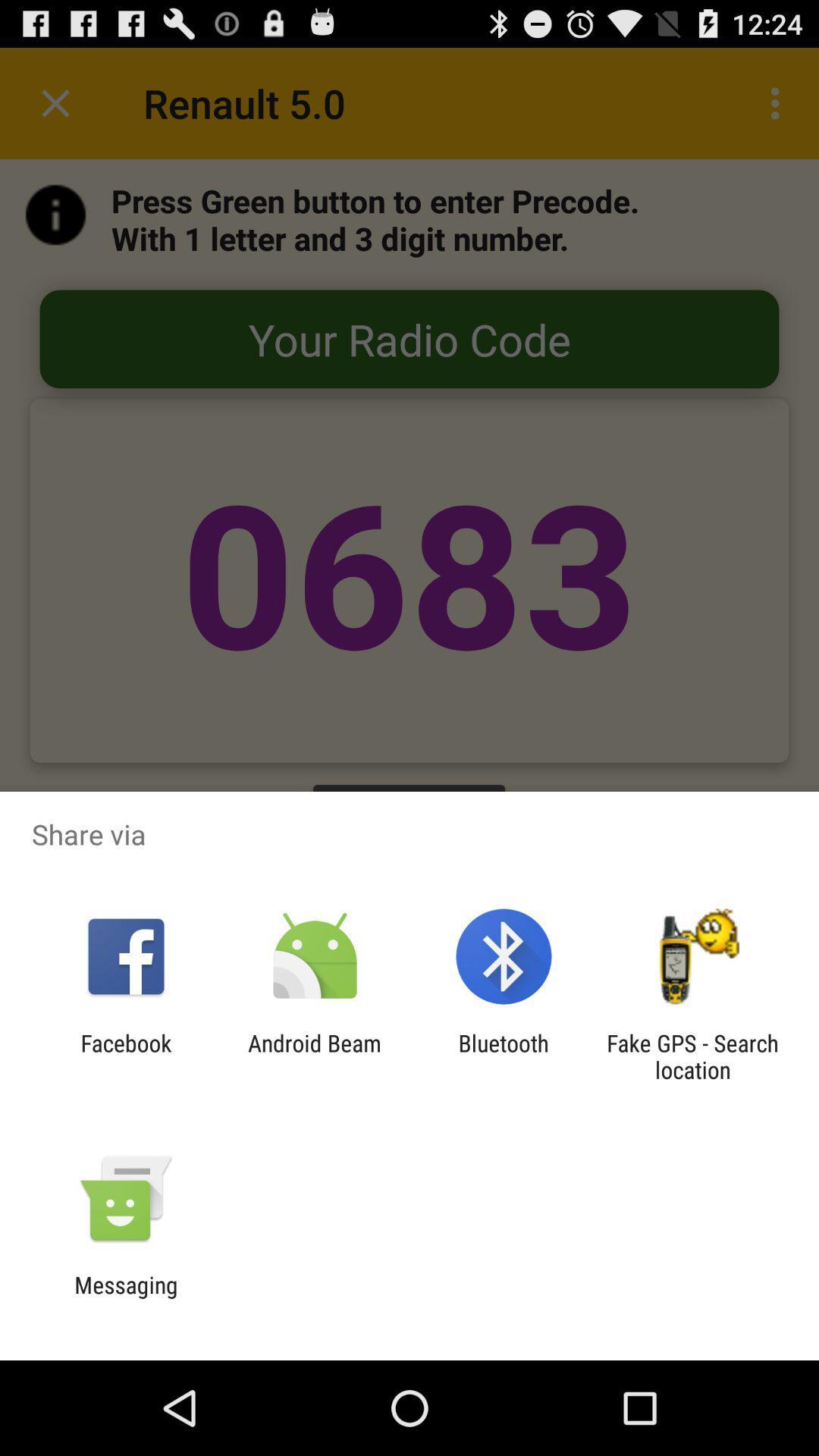 The height and width of the screenshot is (1456, 819). Describe the element at coordinates (125, 1056) in the screenshot. I see `the facebook icon` at that location.